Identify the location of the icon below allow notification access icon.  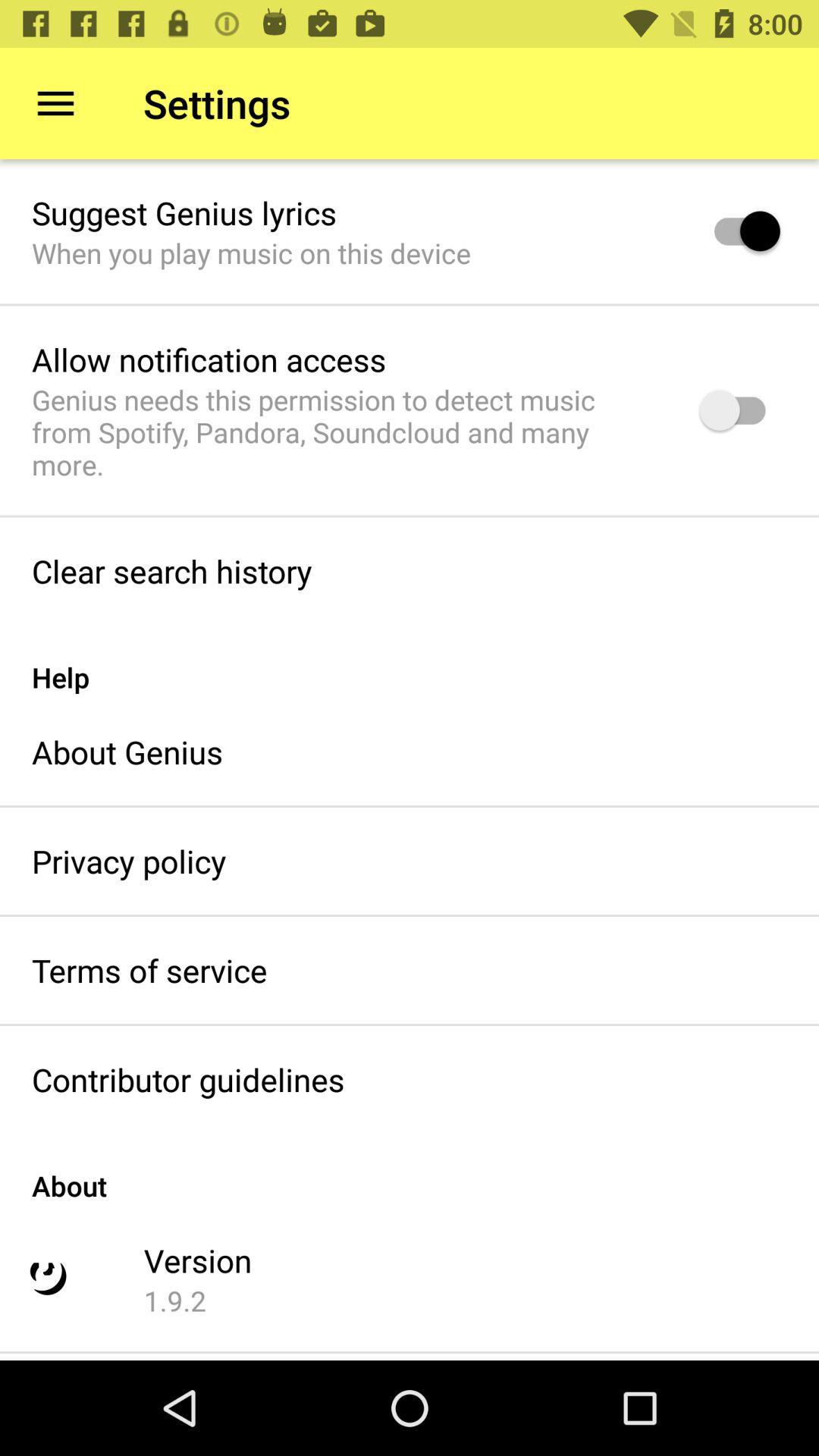
(346, 431).